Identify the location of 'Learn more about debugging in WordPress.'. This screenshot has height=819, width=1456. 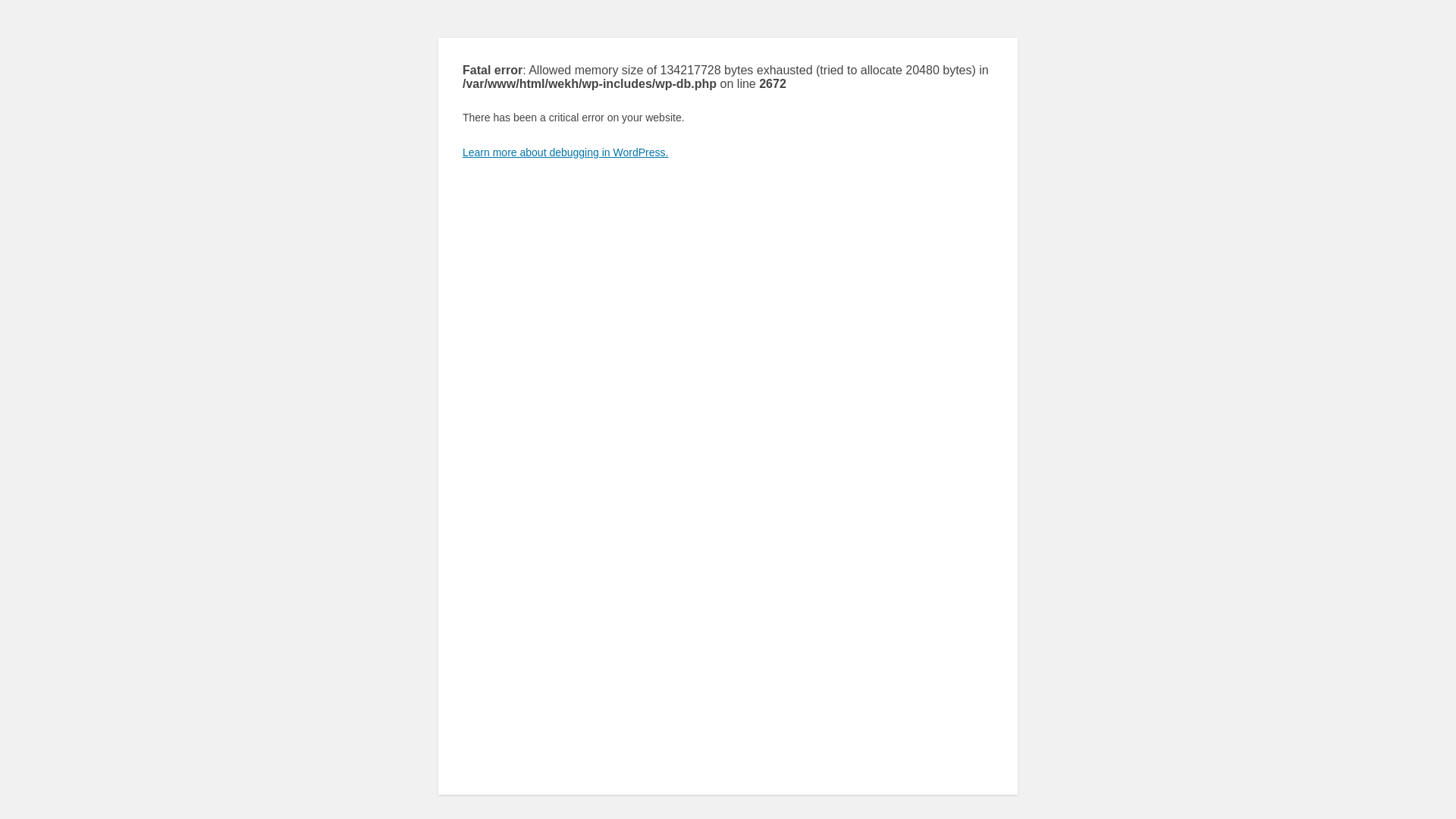
(564, 152).